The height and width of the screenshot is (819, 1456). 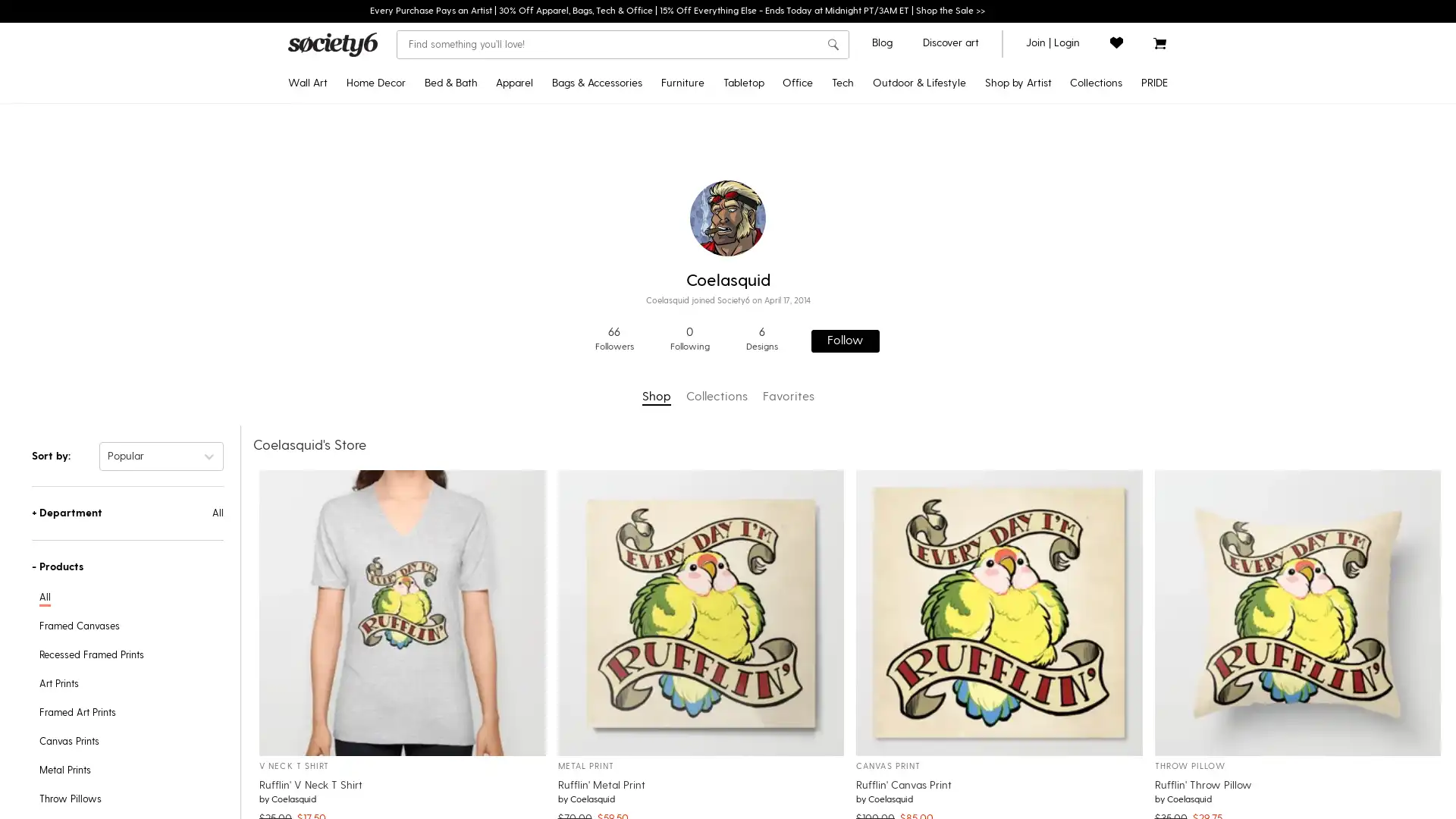 What do you see at coordinates (483, 170) in the screenshot?
I see `Pillow Shams` at bounding box center [483, 170].